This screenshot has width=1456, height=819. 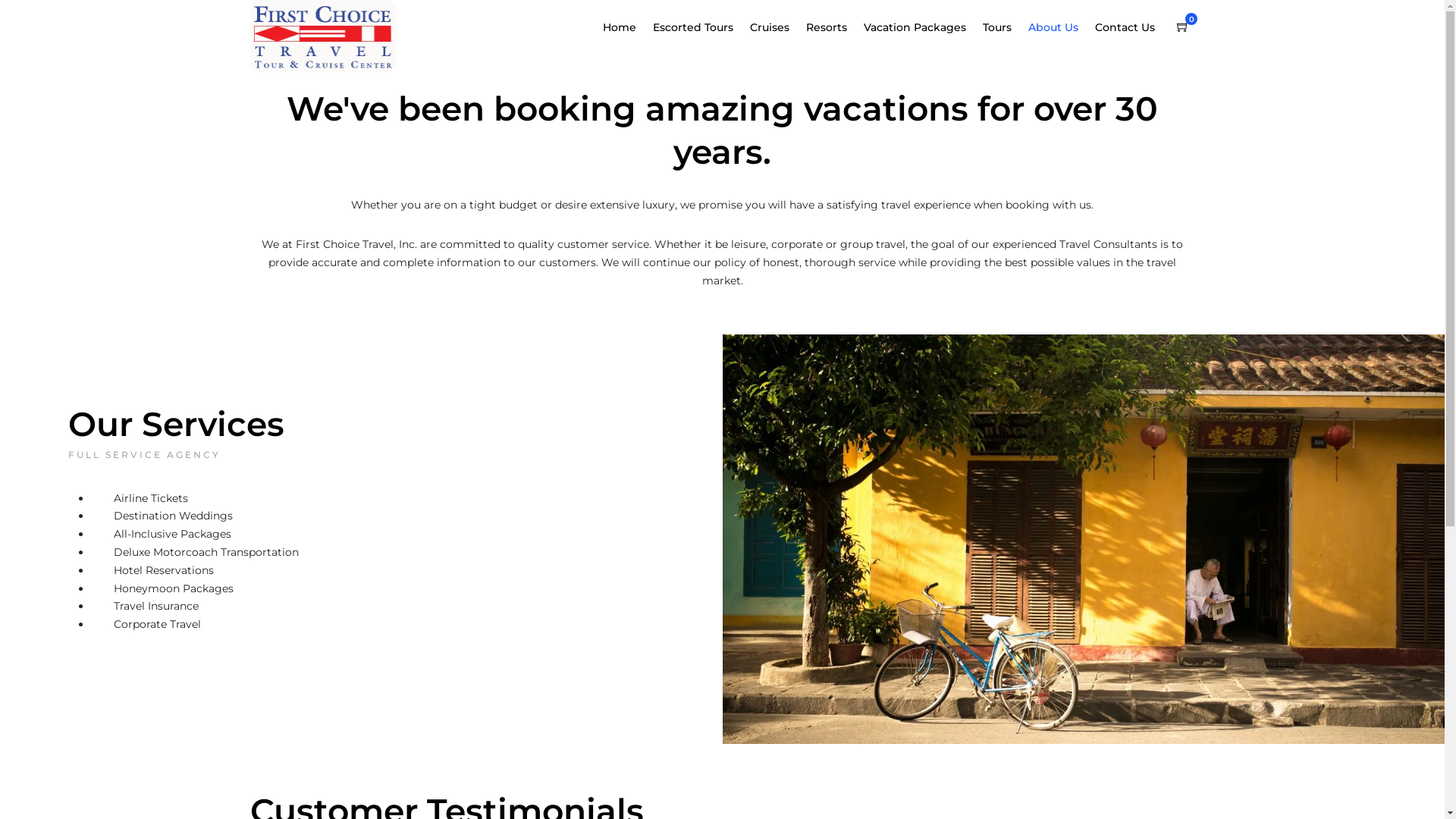 I want to click on 'View Cart', so click(x=1182, y=27).